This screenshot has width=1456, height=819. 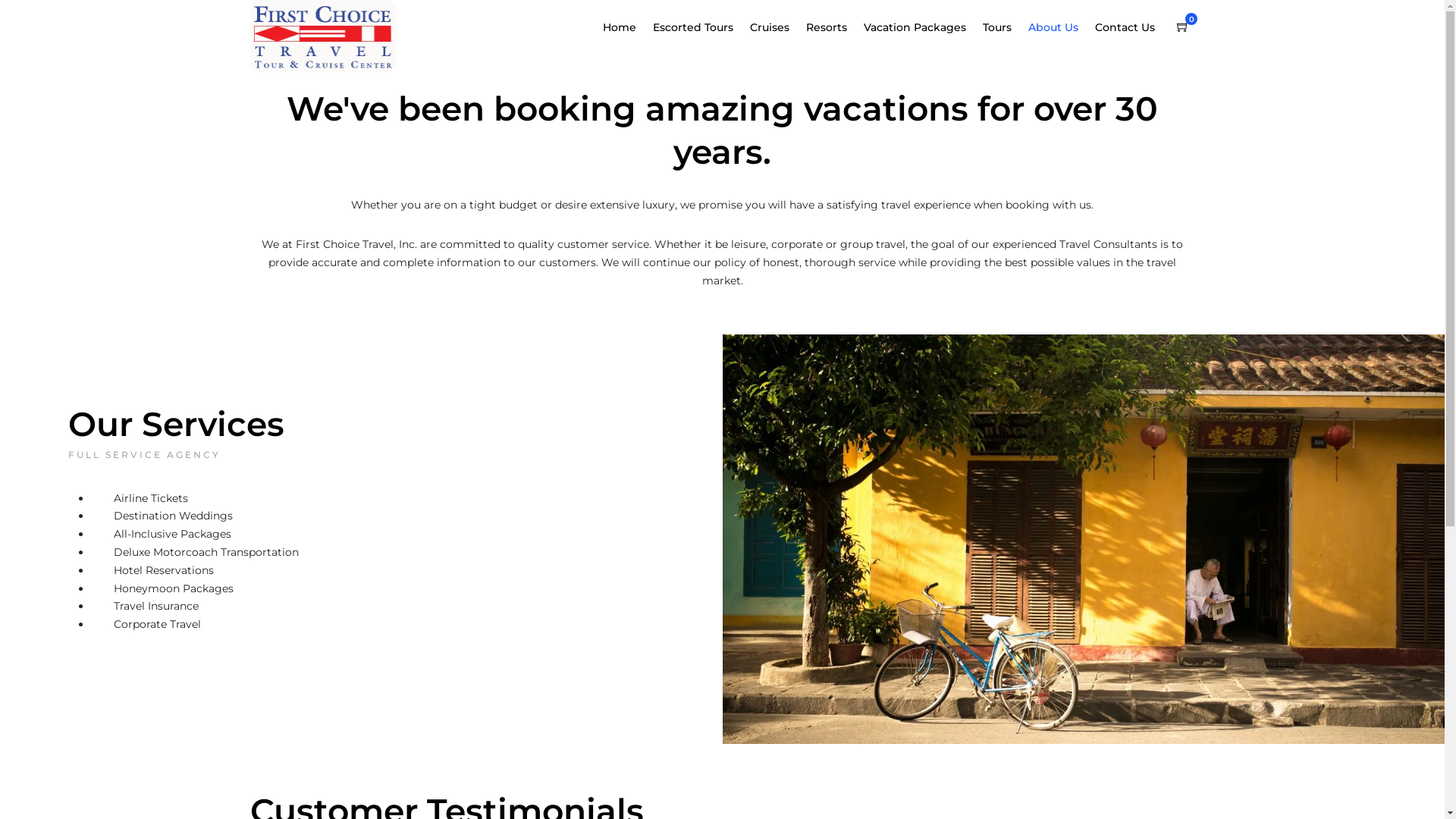 I want to click on 'View Cart', so click(x=1182, y=27).